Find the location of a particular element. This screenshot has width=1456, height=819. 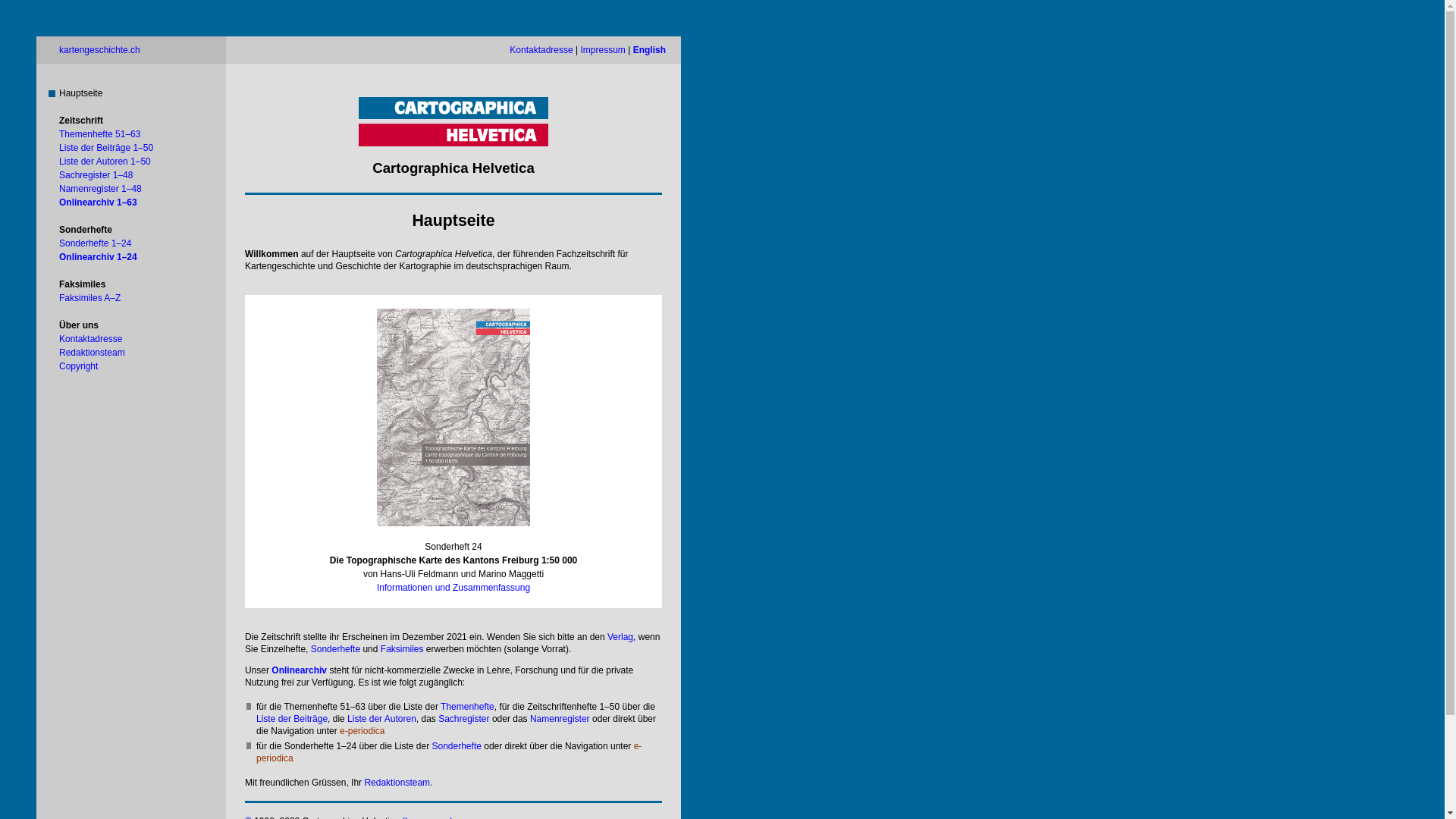

'Kontaktadresse' is located at coordinates (541, 49).